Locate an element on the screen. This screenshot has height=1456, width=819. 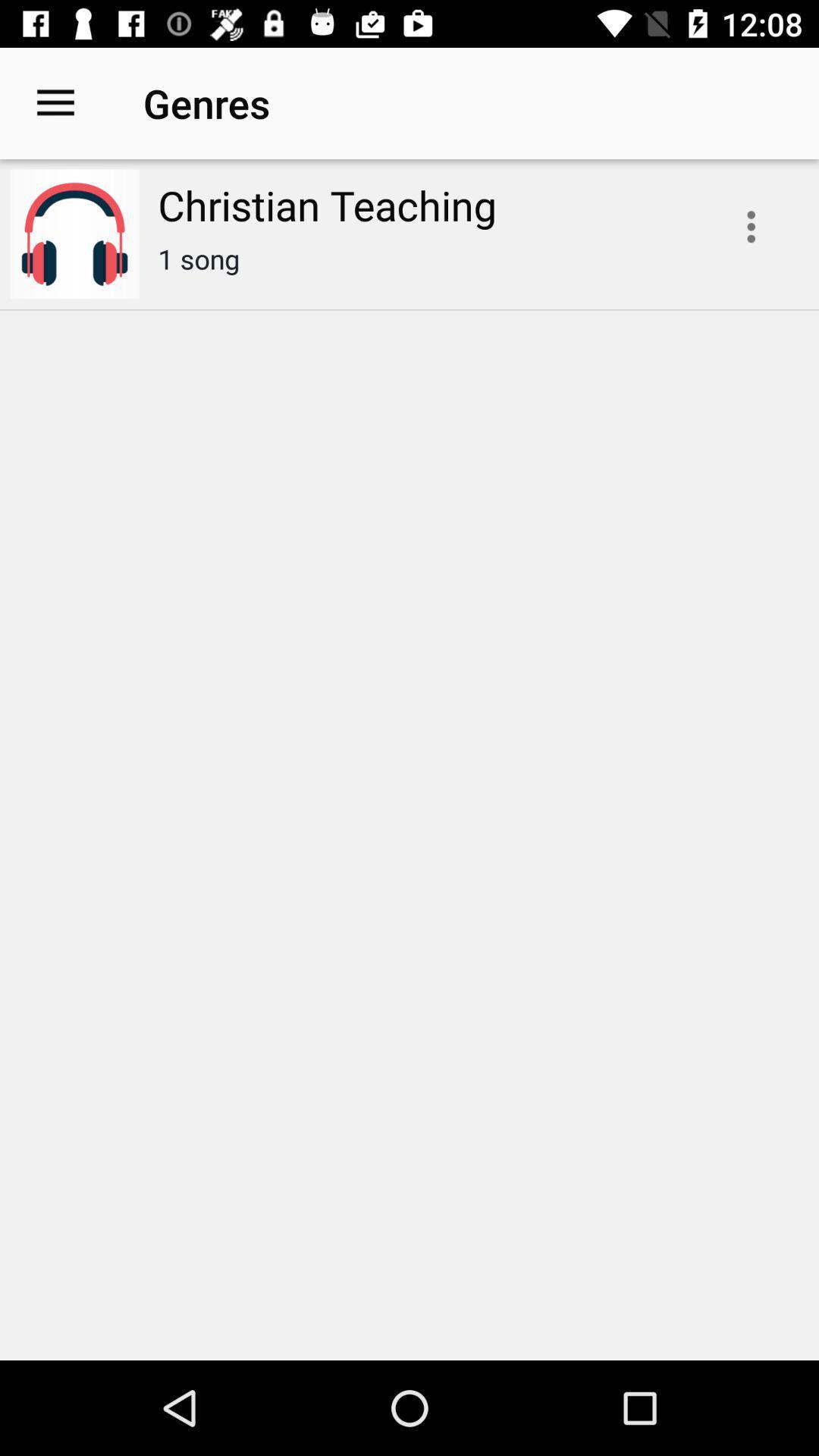
playlist options is located at coordinates (751, 226).